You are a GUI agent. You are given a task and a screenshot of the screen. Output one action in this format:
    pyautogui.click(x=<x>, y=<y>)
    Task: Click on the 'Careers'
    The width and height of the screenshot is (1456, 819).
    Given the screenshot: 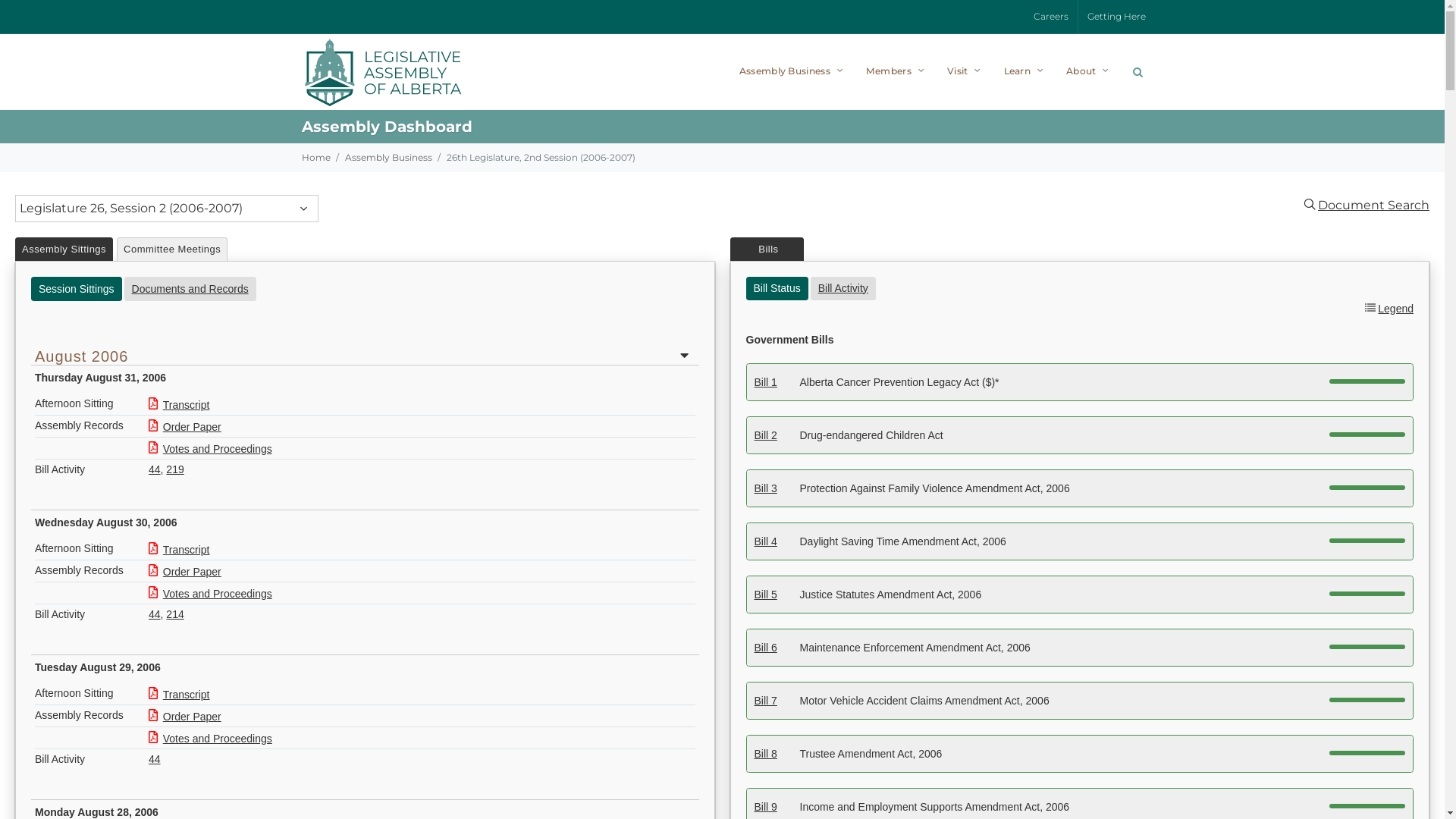 What is the action you would take?
    pyautogui.click(x=1050, y=17)
    